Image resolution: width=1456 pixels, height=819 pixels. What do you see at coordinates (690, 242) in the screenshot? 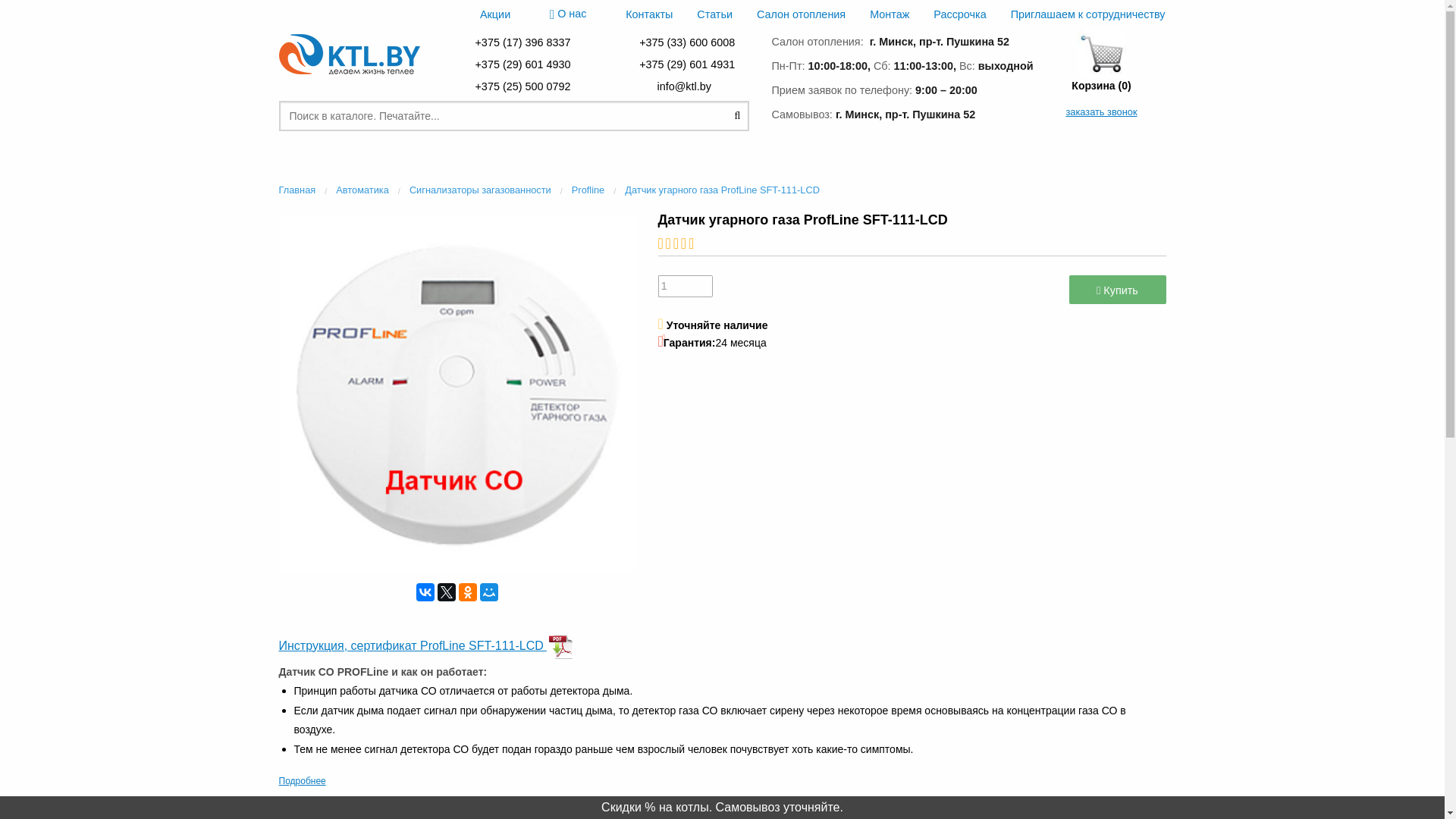
I see `'Not rated yet!'` at bounding box center [690, 242].